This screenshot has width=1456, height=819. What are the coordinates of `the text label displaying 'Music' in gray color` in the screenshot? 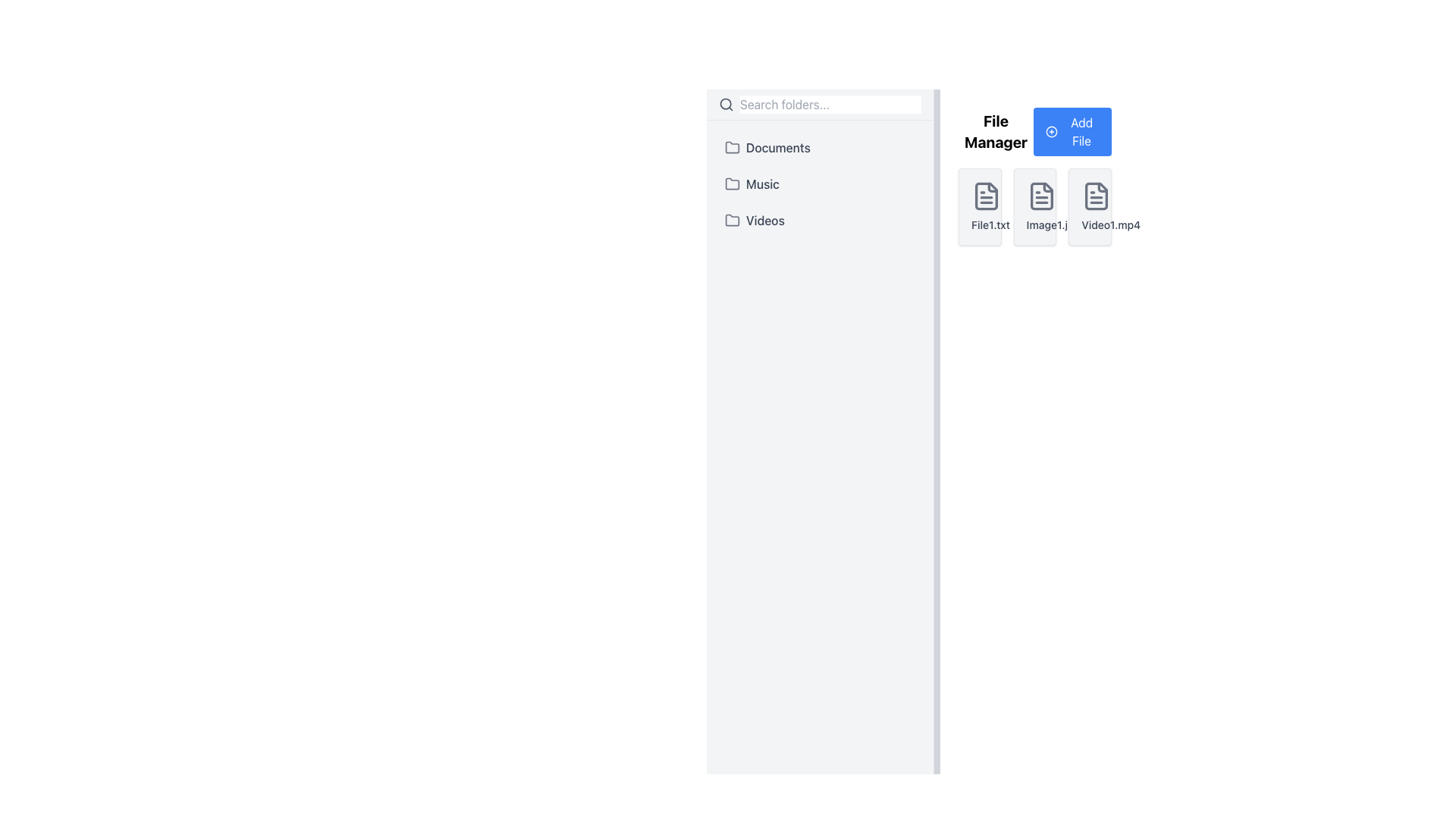 It's located at (763, 184).